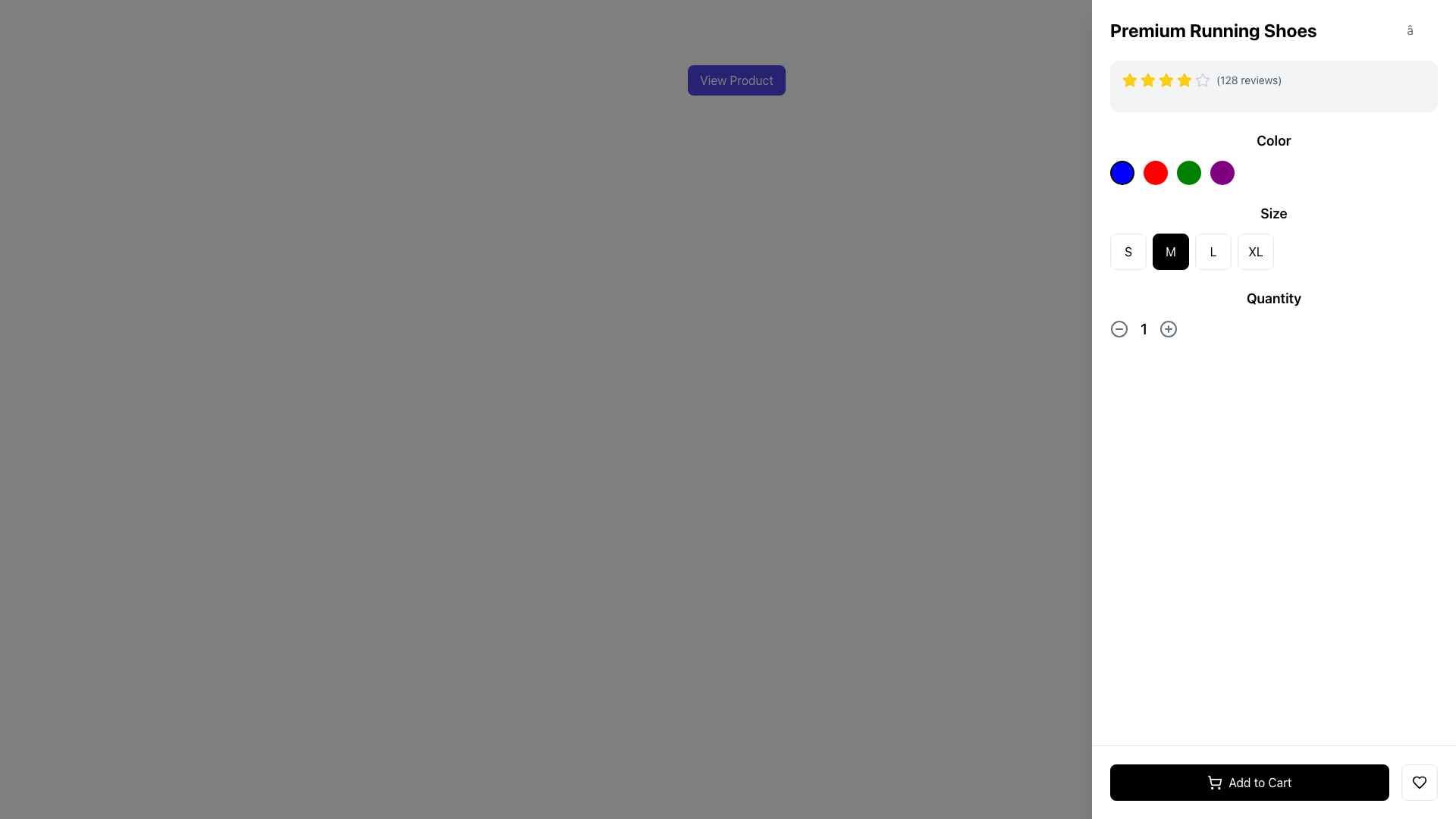 The width and height of the screenshot is (1456, 819). Describe the element at coordinates (1201, 80) in the screenshot. I see `the fourth star-shaped icon in the rating system, which is light gray and located next to the title 'Premium Running Shoes'` at that location.